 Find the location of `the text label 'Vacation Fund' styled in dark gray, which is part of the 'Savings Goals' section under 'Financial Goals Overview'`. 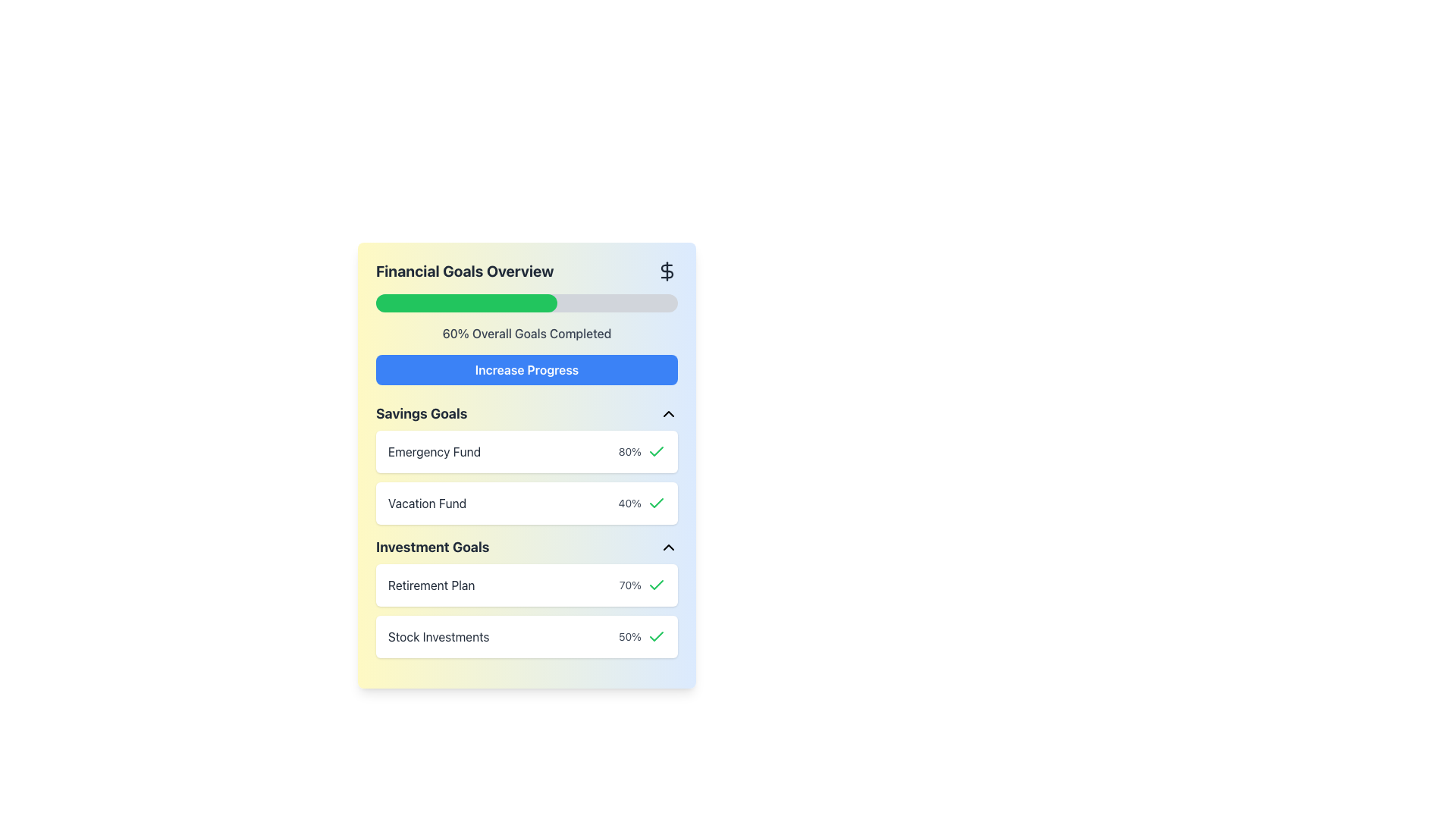

the text label 'Vacation Fund' styled in dark gray, which is part of the 'Savings Goals' section under 'Financial Goals Overview' is located at coordinates (426, 503).